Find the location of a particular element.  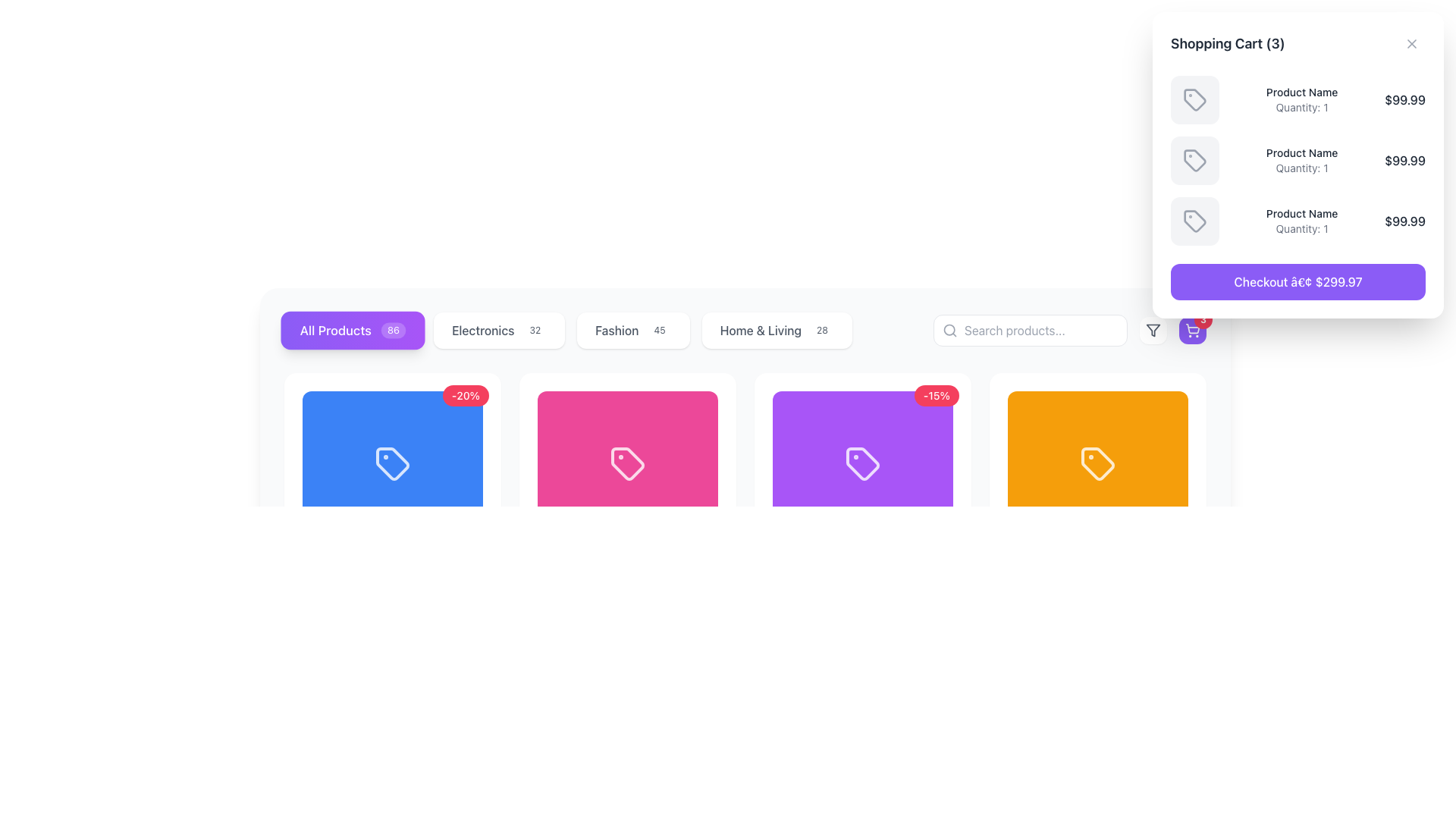

the text display element that shows 'Product Name' and 'Quantity: 1', which is the second item in the shopping cart list, located between a box icon and a price label of '$99.99' is located at coordinates (1301, 161).